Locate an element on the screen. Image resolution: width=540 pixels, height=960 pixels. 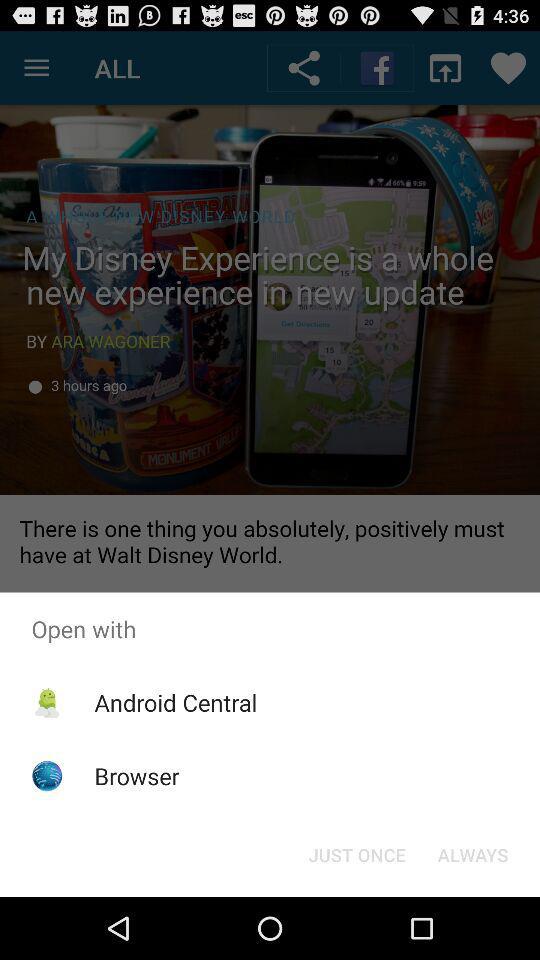
the item to the right of the just once item is located at coordinates (472, 853).